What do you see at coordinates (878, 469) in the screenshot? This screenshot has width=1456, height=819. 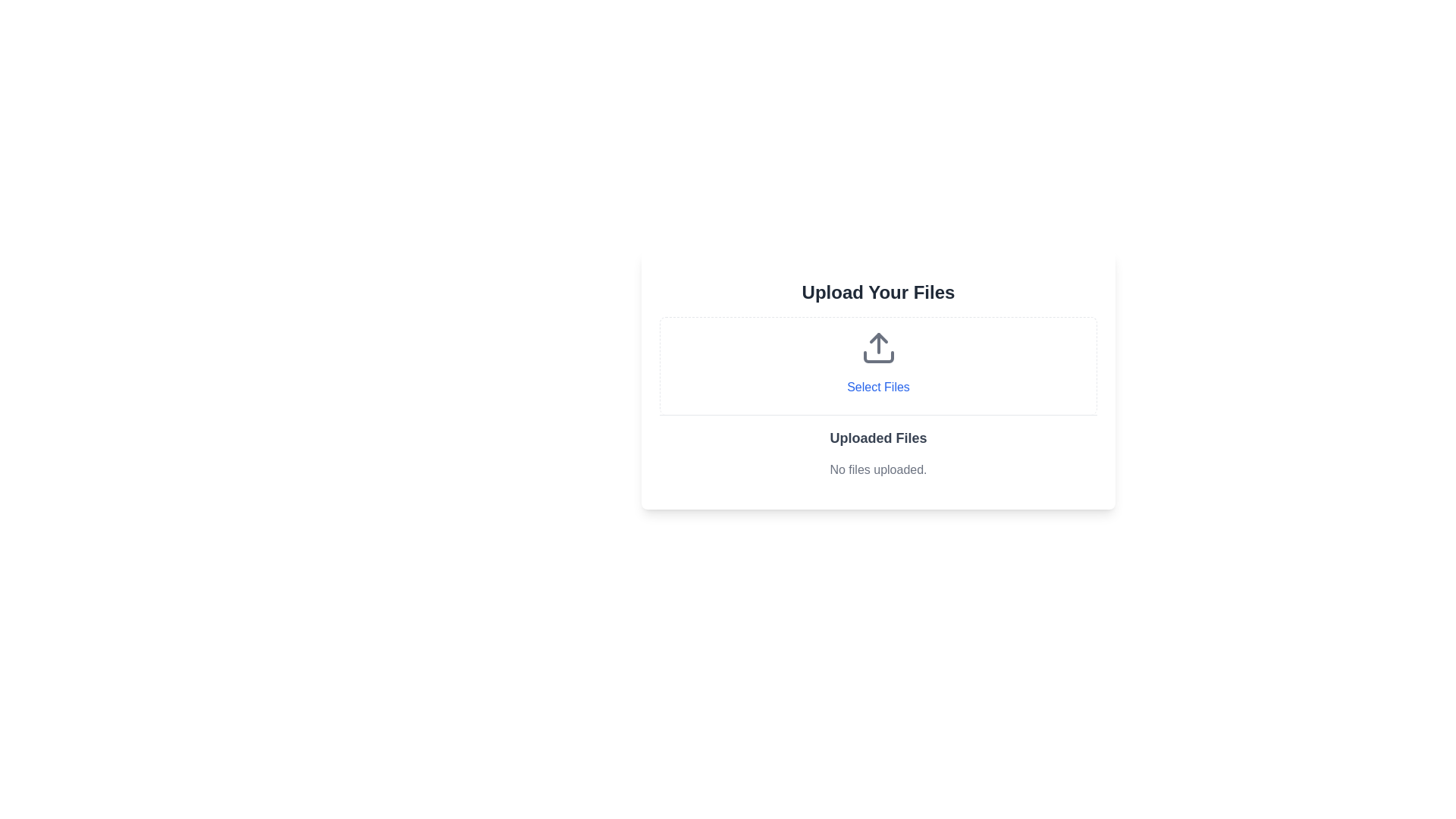 I see `text label that informs the user there are currently no uploaded files to display, located below the bold title 'Uploaded Files'` at bounding box center [878, 469].